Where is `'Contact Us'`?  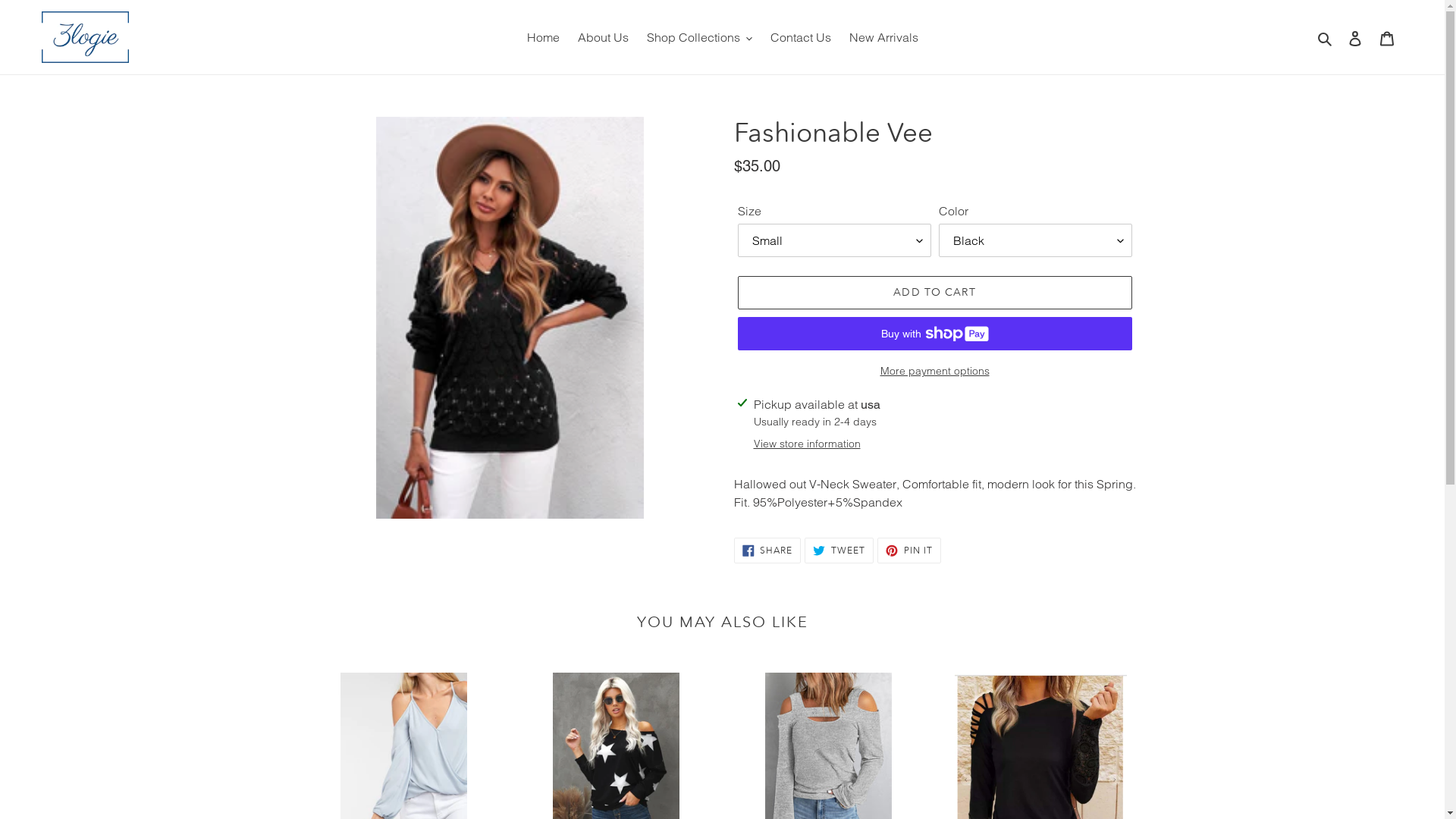
'Contact Us' is located at coordinates (800, 36).